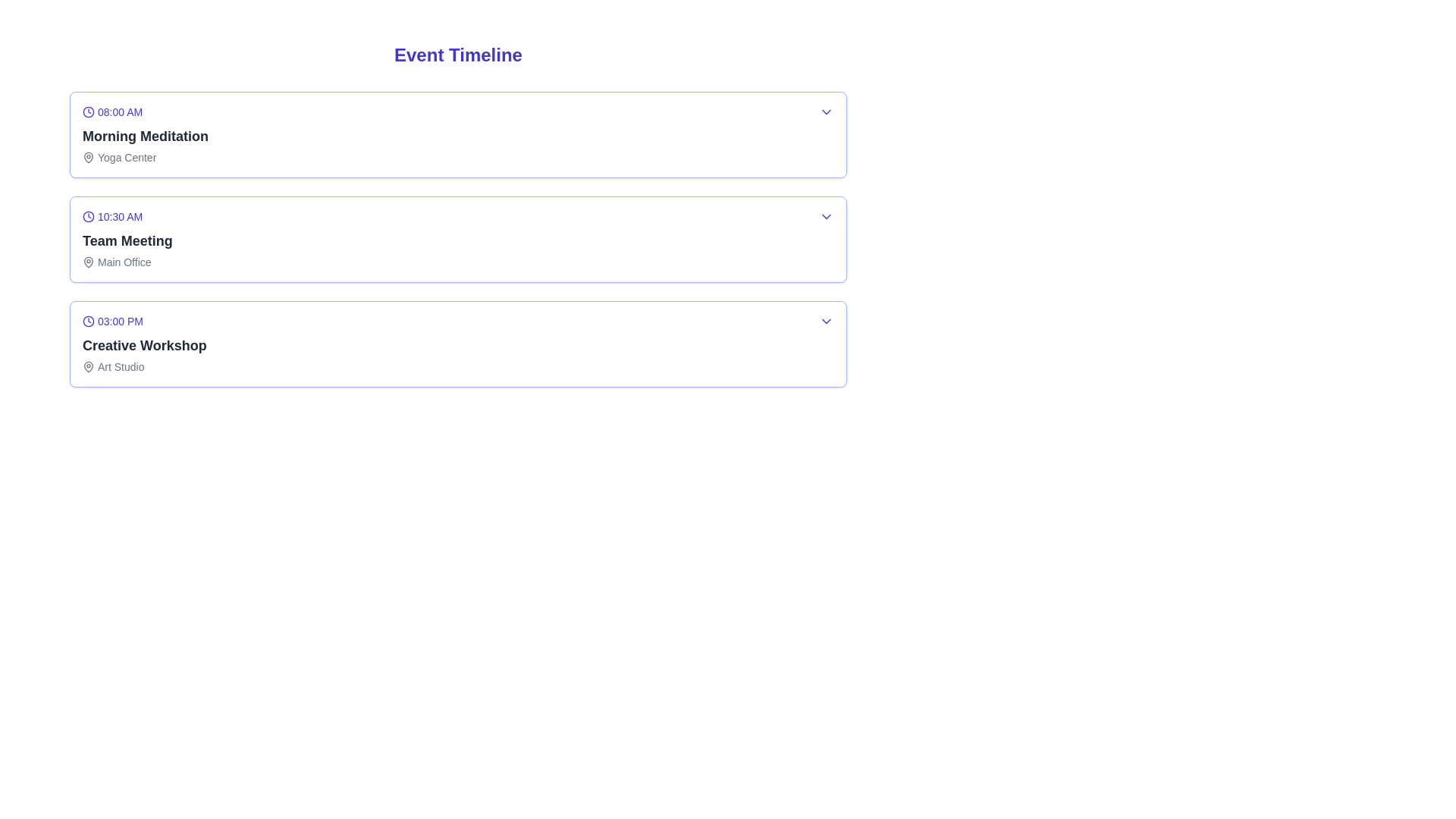  I want to click on the pin-shaped geographical location icon located next to the 'Art Studio' text at the bottom row of the timeline interface, so click(87, 366).